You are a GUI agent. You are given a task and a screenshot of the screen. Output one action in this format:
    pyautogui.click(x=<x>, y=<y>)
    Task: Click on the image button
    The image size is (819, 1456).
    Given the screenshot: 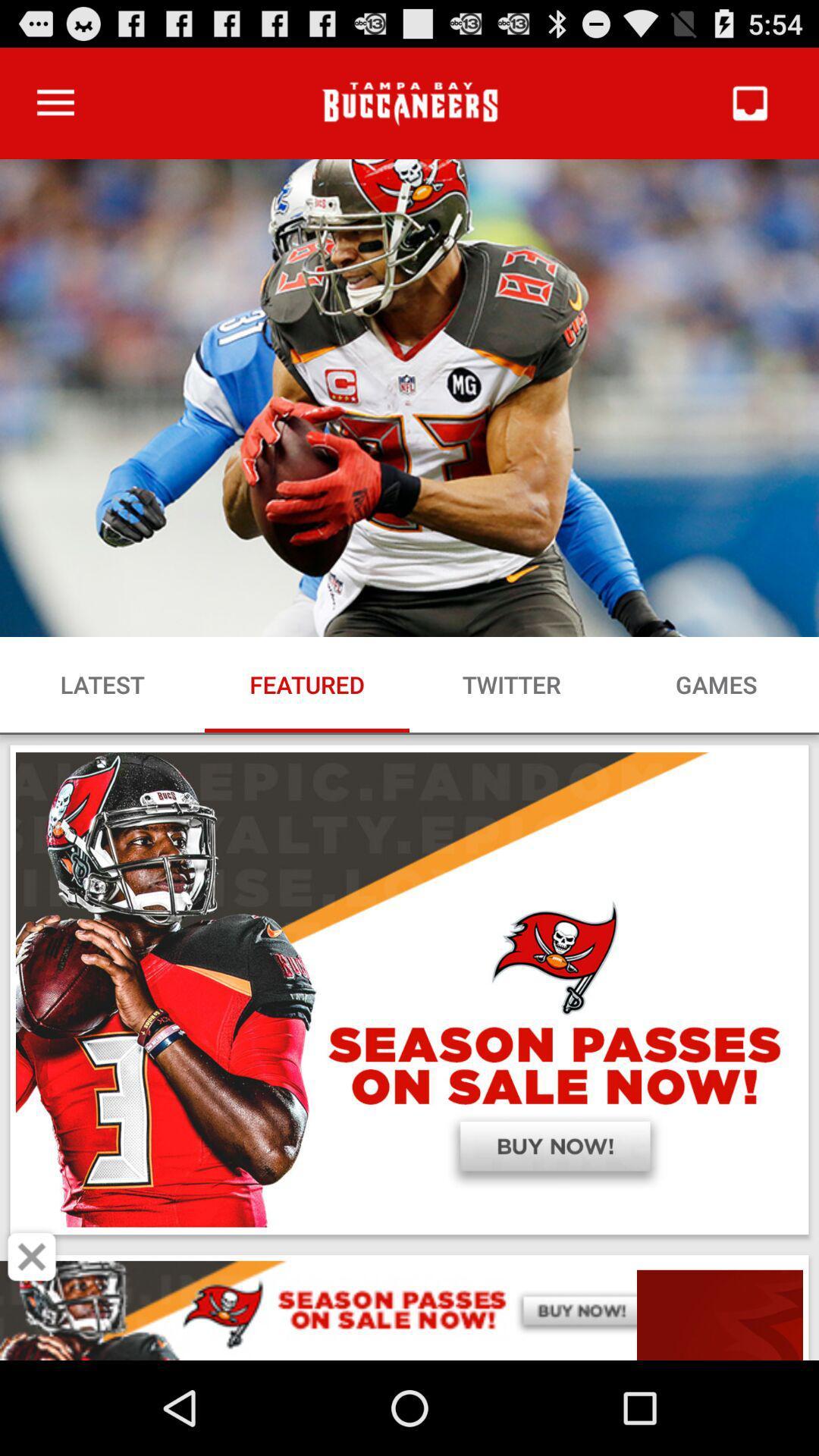 What is the action you would take?
    pyautogui.click(x=32, y=1257)
    